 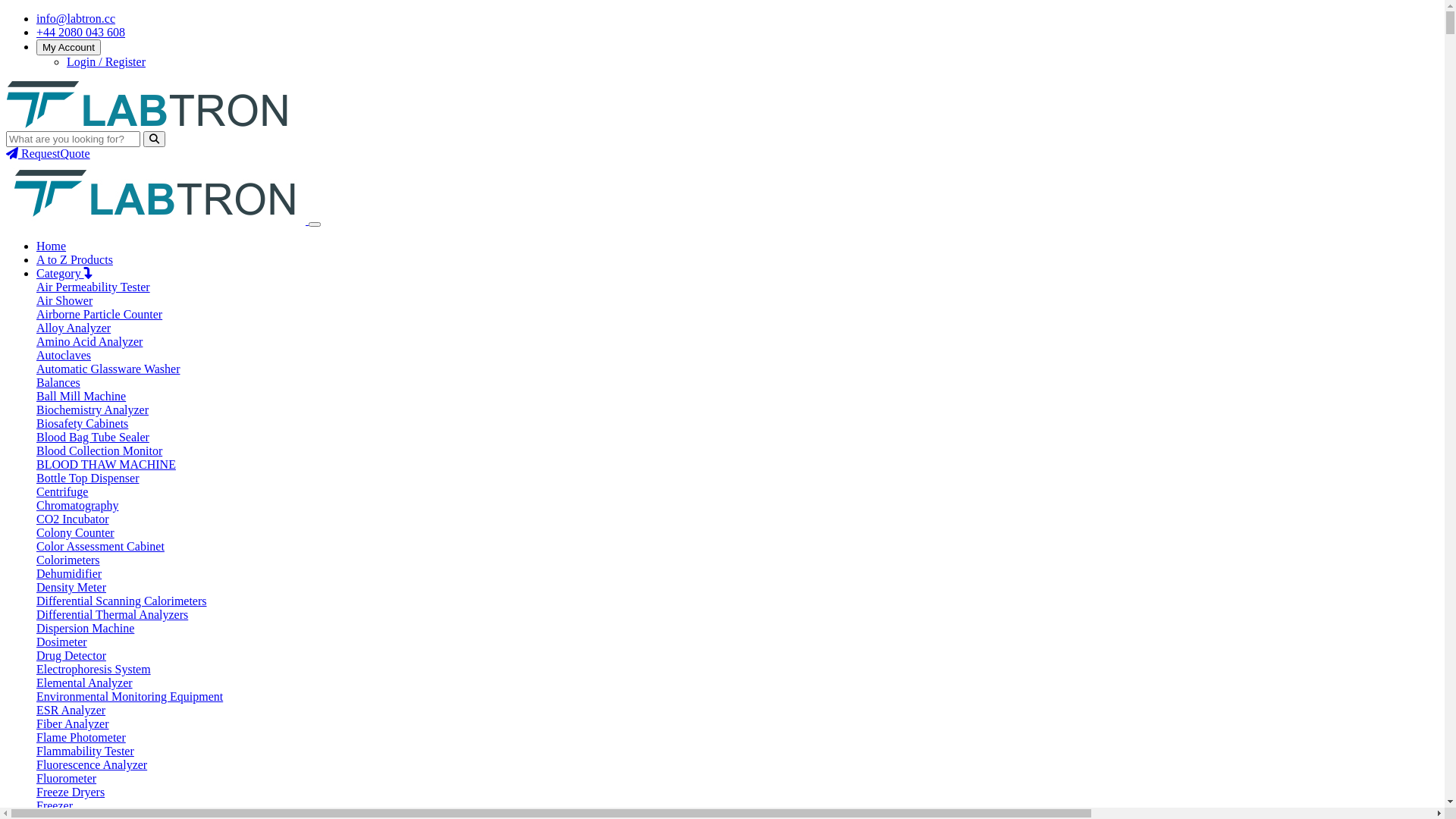 I want to click on 'Alloy Analyzer', so click(x=36, y=327).